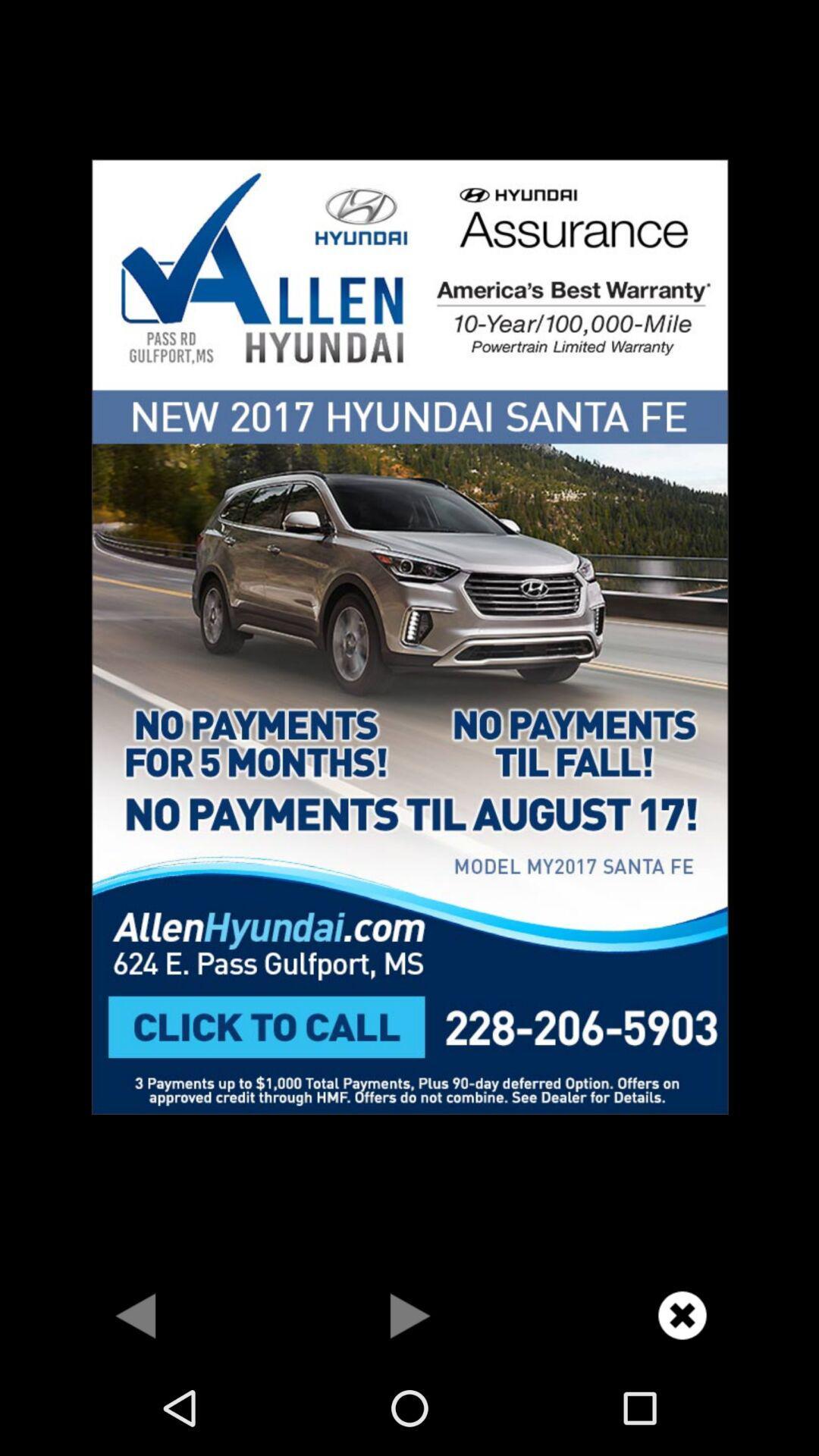 The image size is (819, 1456). I want to click on advertisement screen, so click(409, 635).